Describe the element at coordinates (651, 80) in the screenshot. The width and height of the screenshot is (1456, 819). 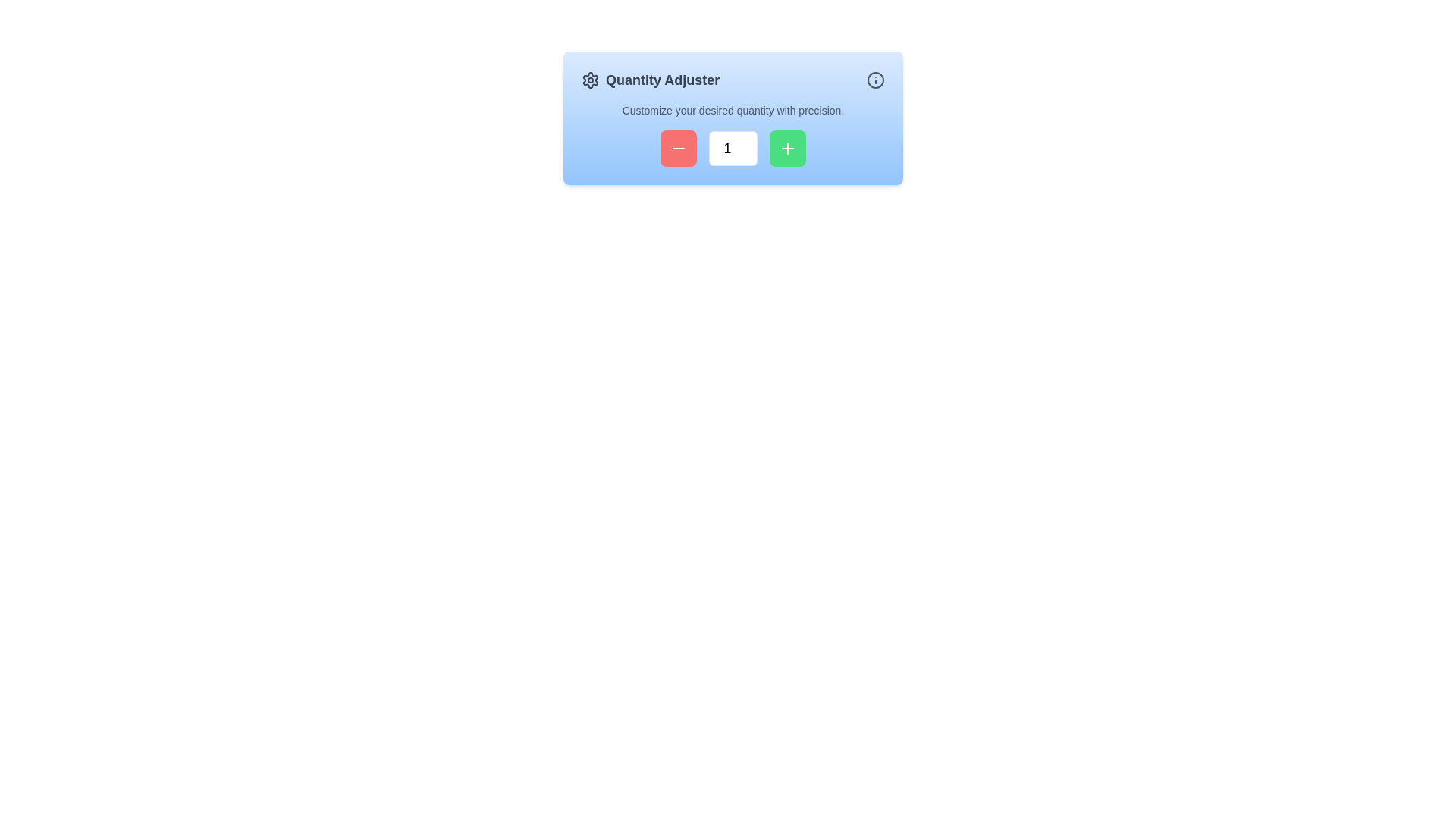
I see `the 'Quantity Adjuster' text label with a cog wheel icon, which is positioned at the top-left section of a light blue panel` at that location.